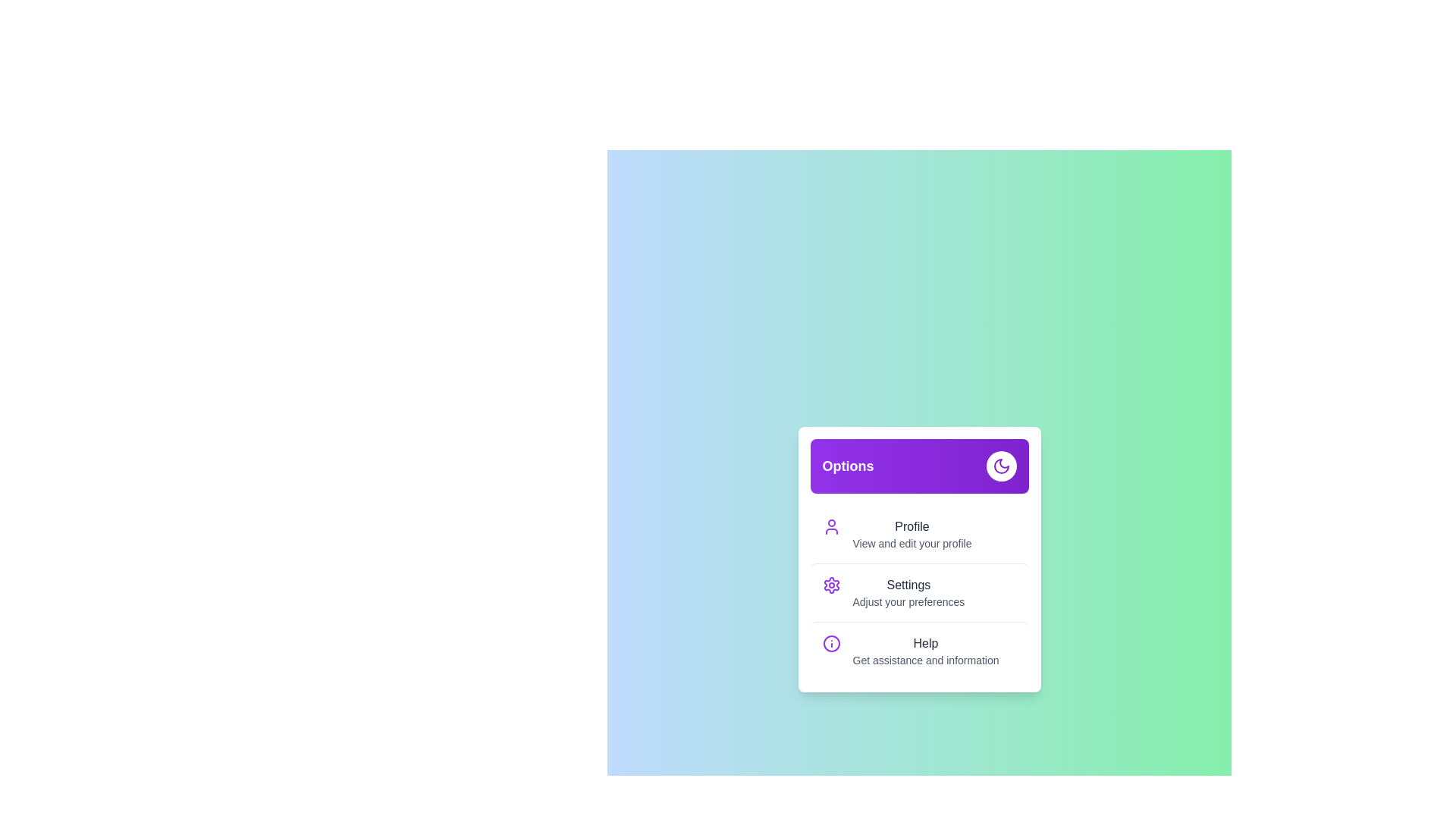  Describe the element at coordinates (1001, 465) in the screenshot. I see `button in the header to toggle the menu visibility` at that location.